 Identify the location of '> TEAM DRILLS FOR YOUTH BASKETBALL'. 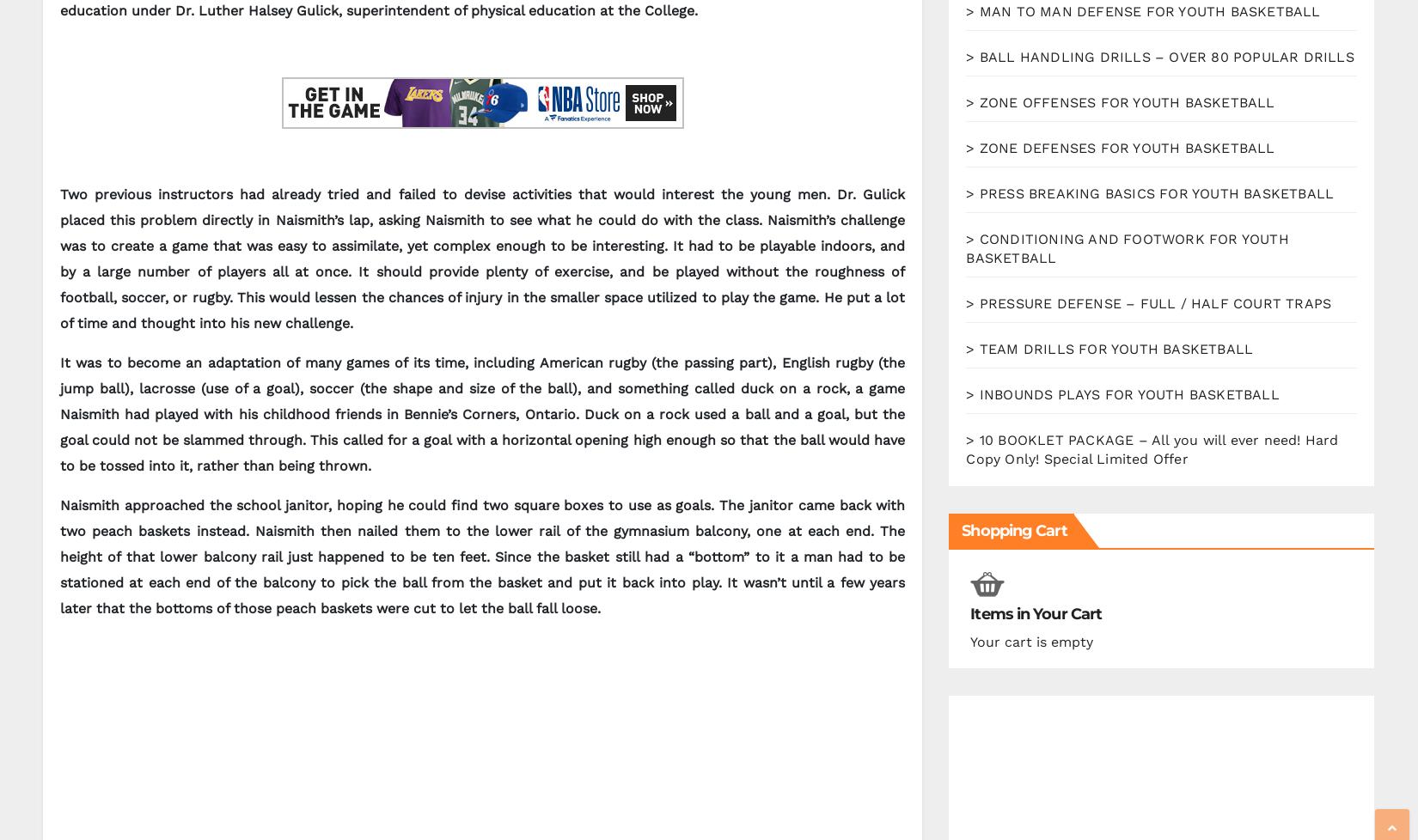
(965, 348).